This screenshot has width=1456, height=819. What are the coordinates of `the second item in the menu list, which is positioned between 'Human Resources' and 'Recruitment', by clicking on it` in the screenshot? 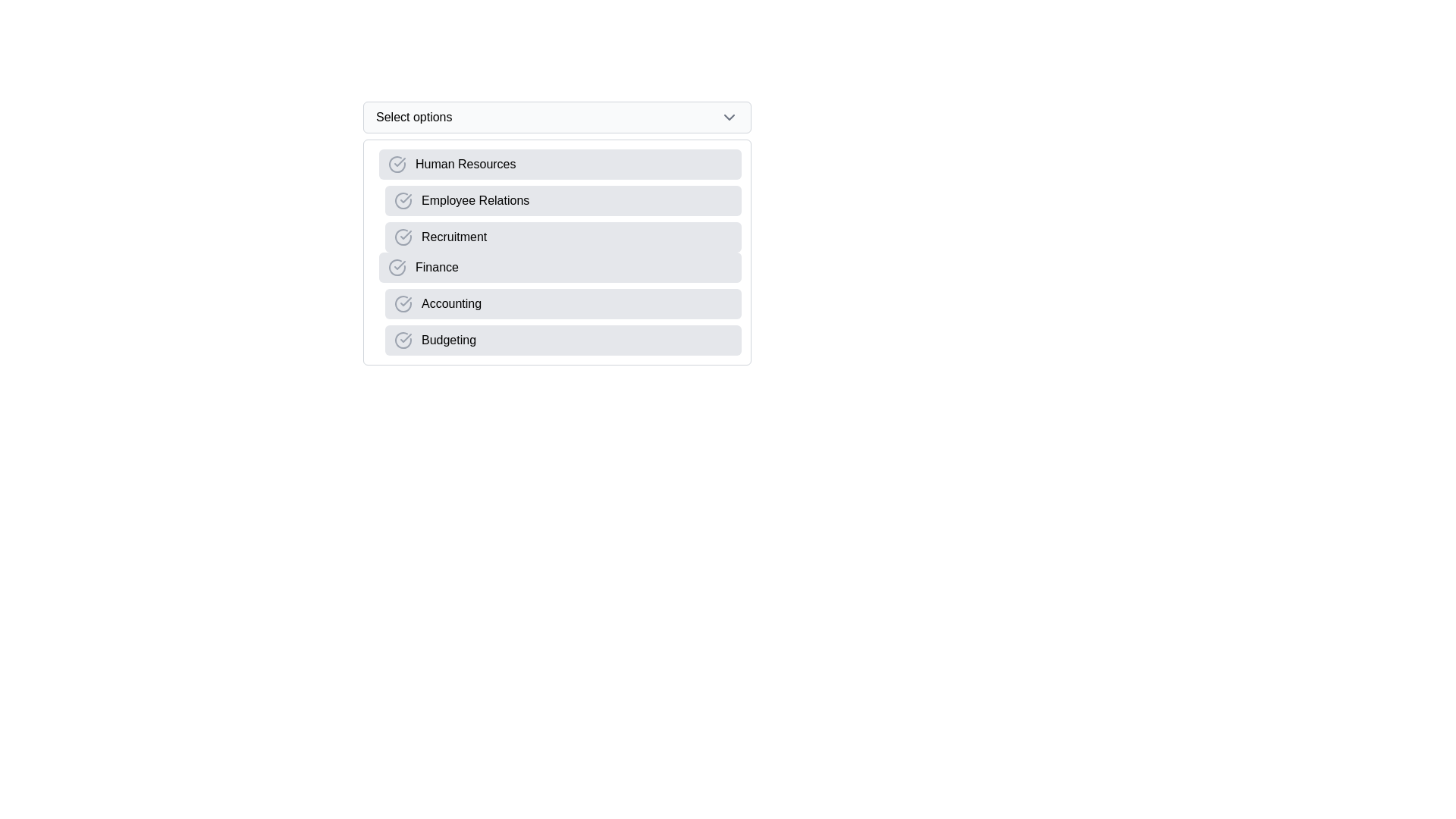 It's located at (560, 200).